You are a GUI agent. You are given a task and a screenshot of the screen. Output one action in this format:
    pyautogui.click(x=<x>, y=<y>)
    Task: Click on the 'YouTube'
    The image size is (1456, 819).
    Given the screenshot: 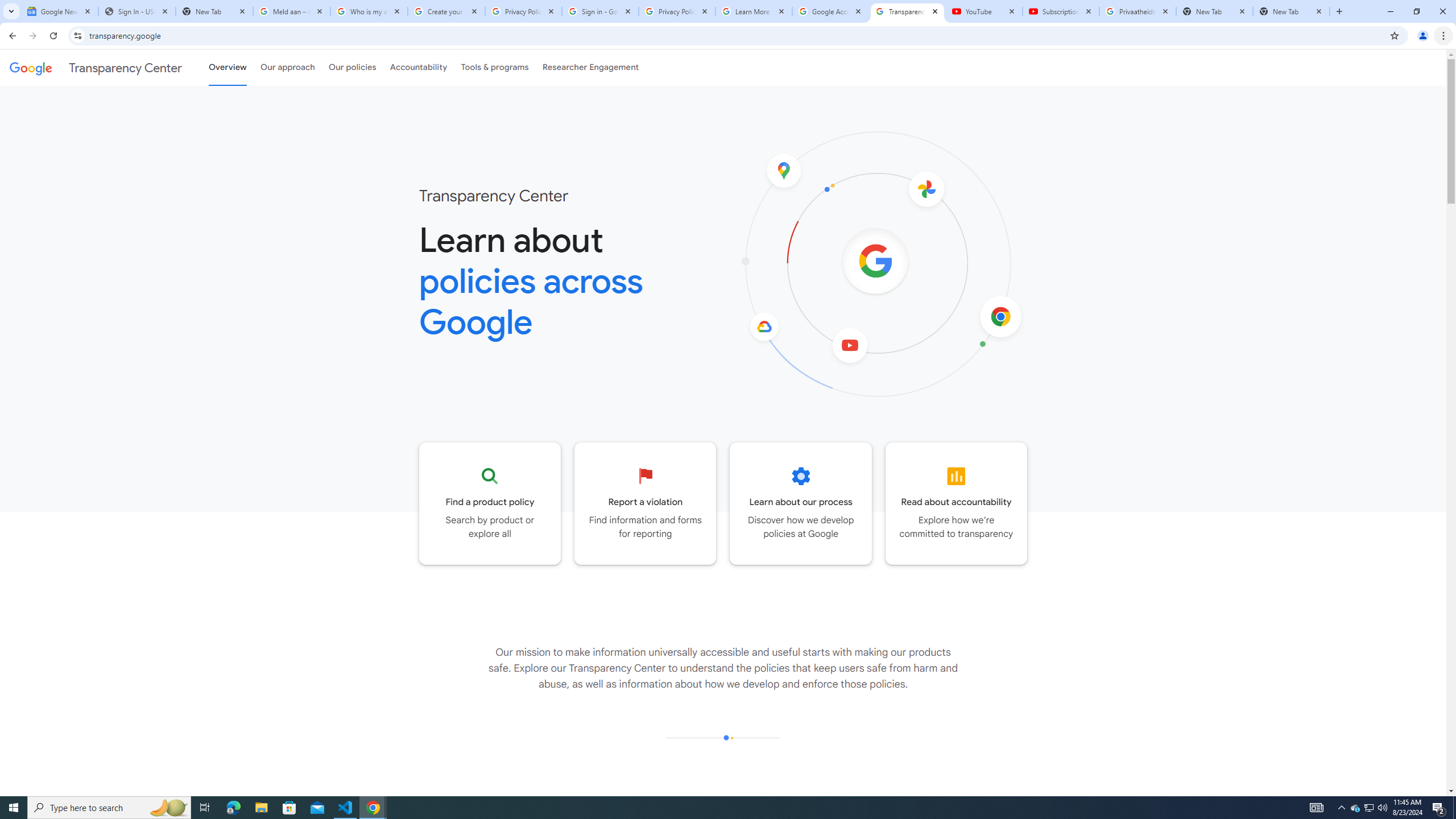 What is the action you would take?
    pyautogui.click(x=983, y=11)
    